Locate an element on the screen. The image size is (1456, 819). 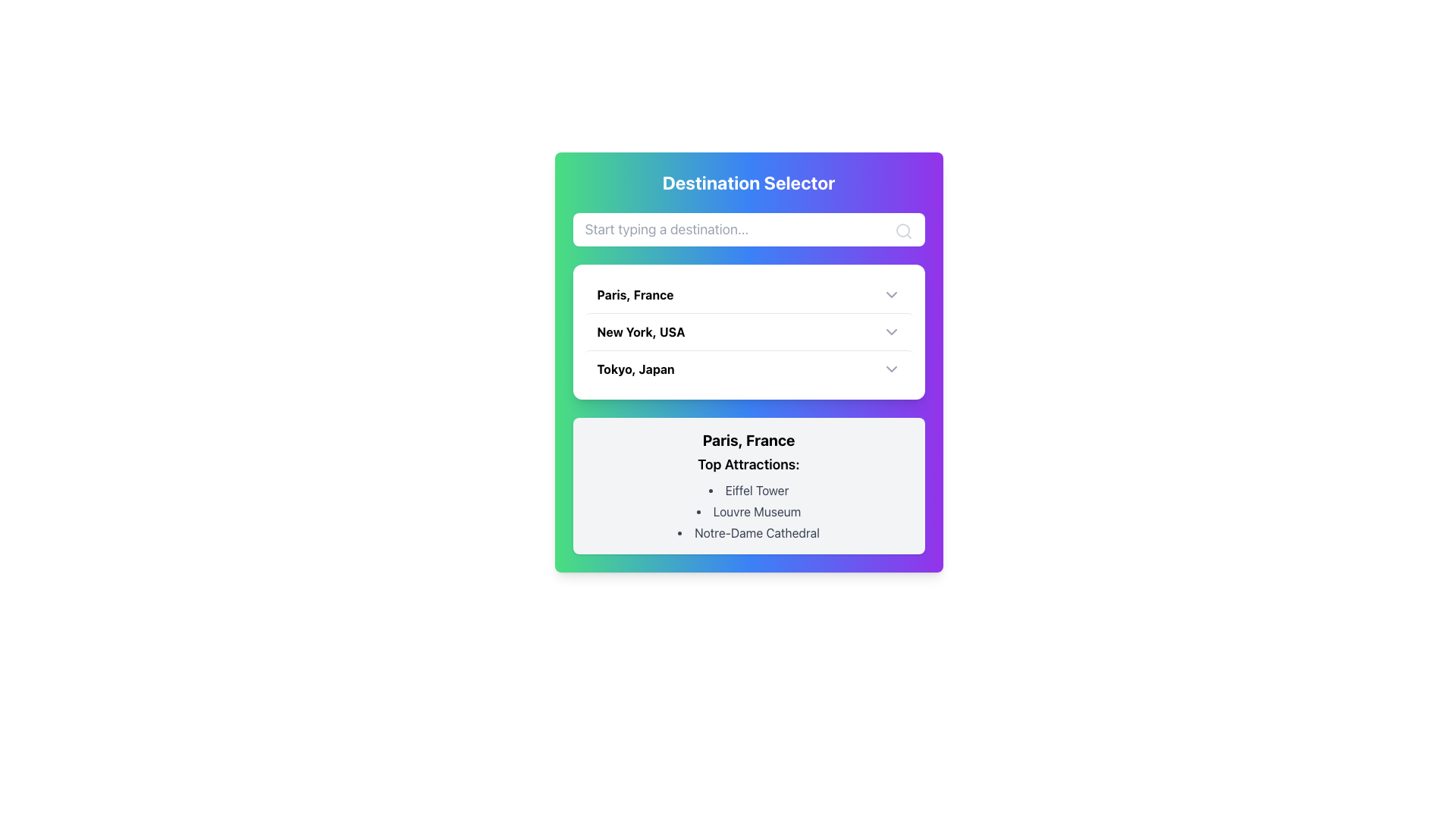
the search icon located at the far right inside the location input box is located at coordinates (903, 231).